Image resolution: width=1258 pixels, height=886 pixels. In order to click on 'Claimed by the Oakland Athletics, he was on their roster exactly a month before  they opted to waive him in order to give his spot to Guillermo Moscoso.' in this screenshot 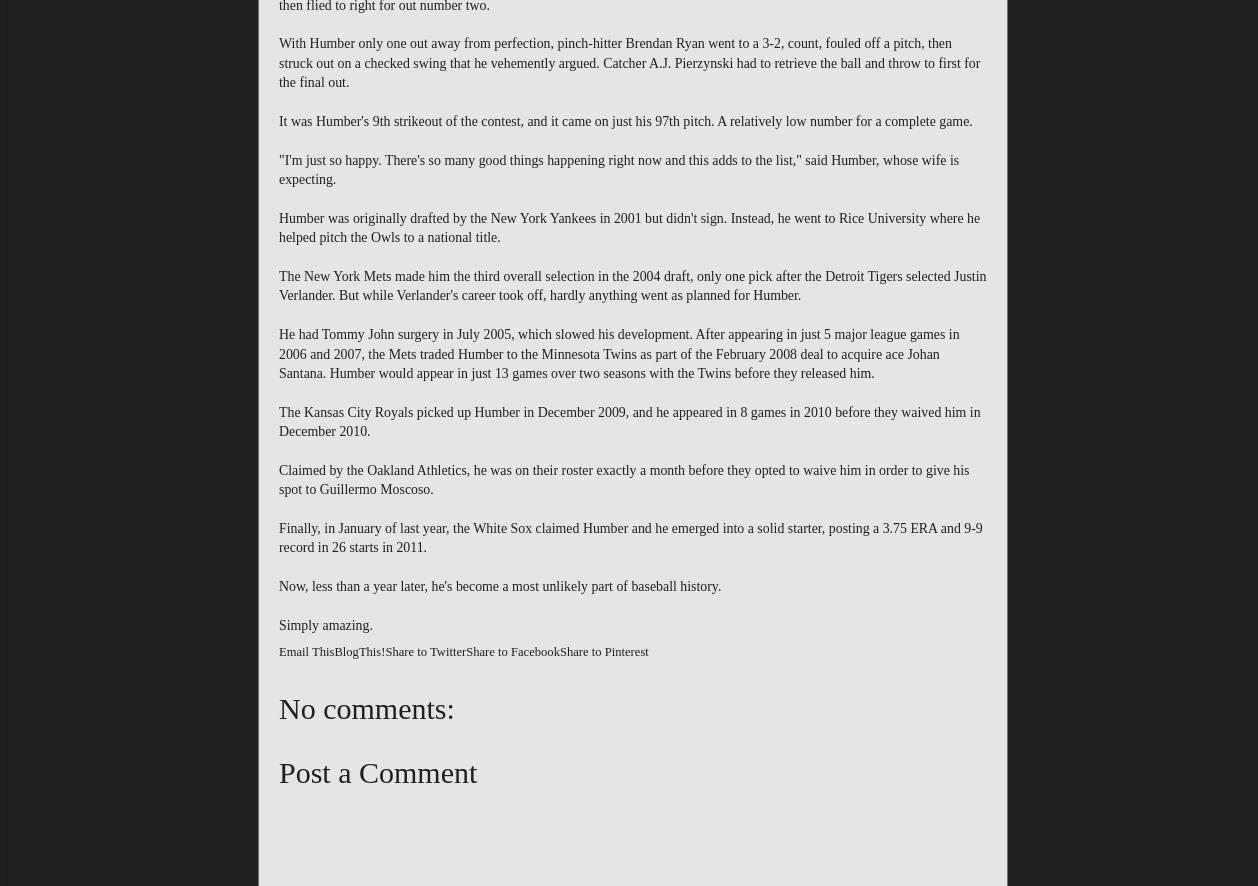, I will do `click(622, 479)`.